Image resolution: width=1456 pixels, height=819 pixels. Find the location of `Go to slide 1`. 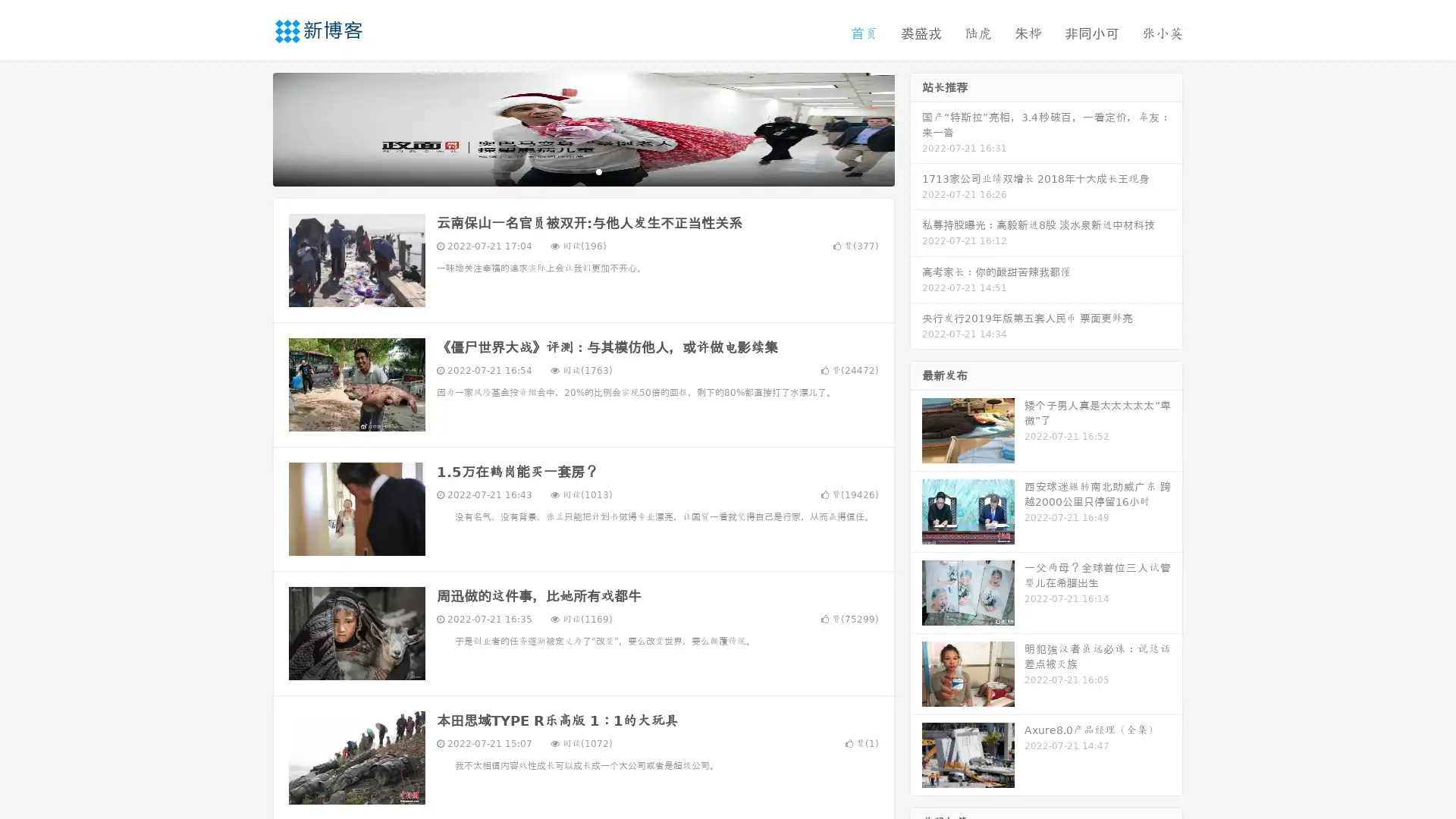

Go to slide 1 is located at coordinates (567, 171).